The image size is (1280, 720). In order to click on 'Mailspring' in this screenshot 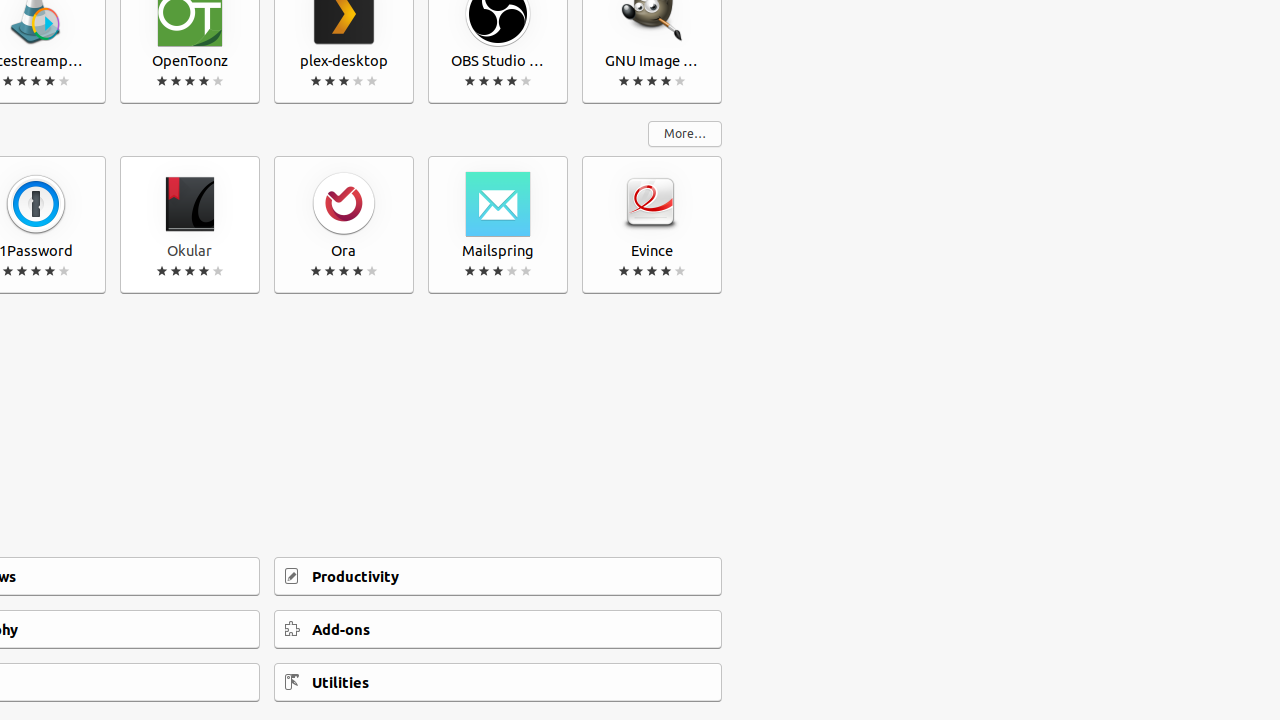, I will do `click(498, 225)`.